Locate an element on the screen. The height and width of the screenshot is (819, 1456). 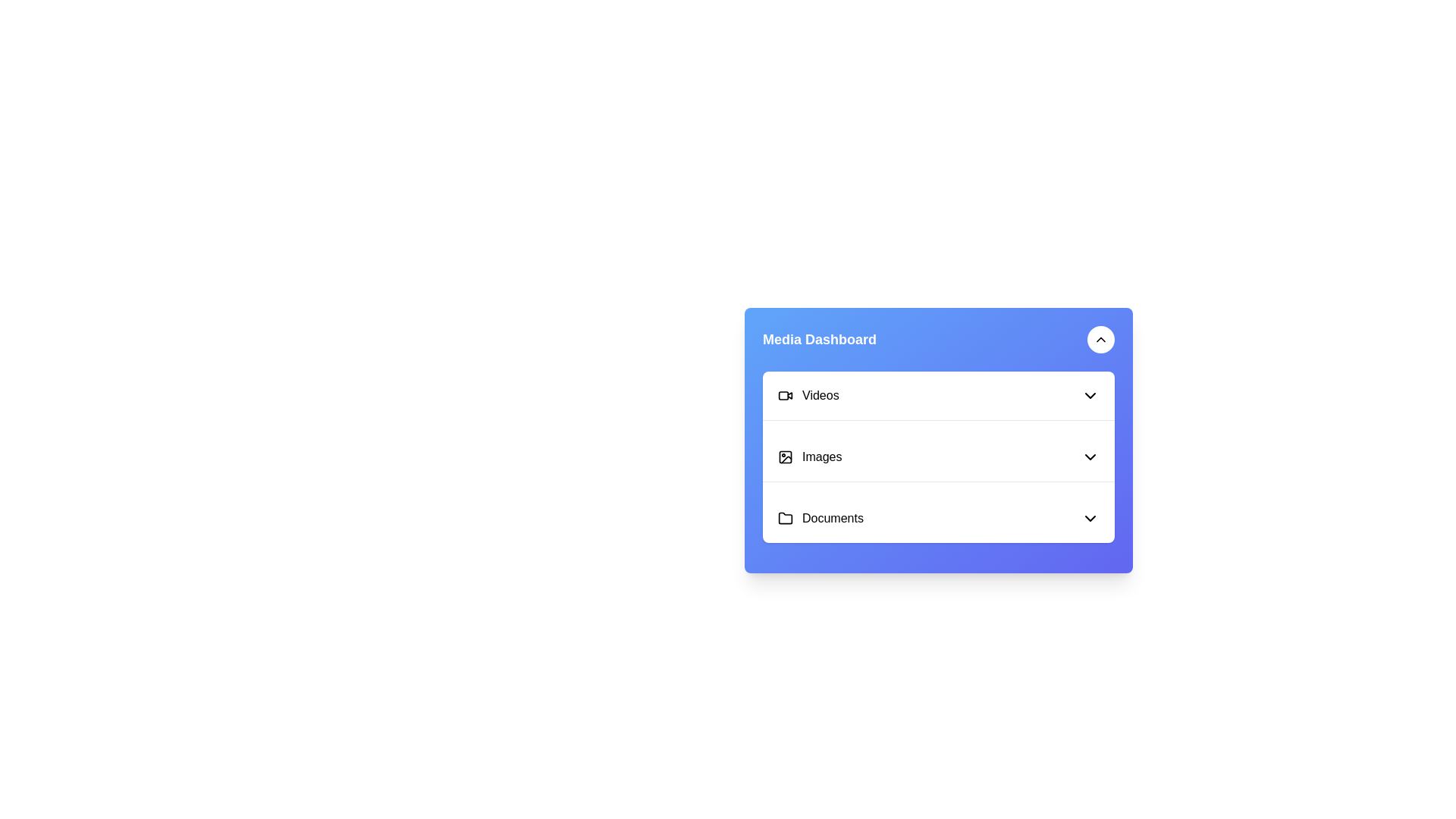
the folder icon, which is located to the left of the 'Documents' text in the third row of the vertical list inside the 'Media Dashboard' card component is located at coordinates (786, 517).